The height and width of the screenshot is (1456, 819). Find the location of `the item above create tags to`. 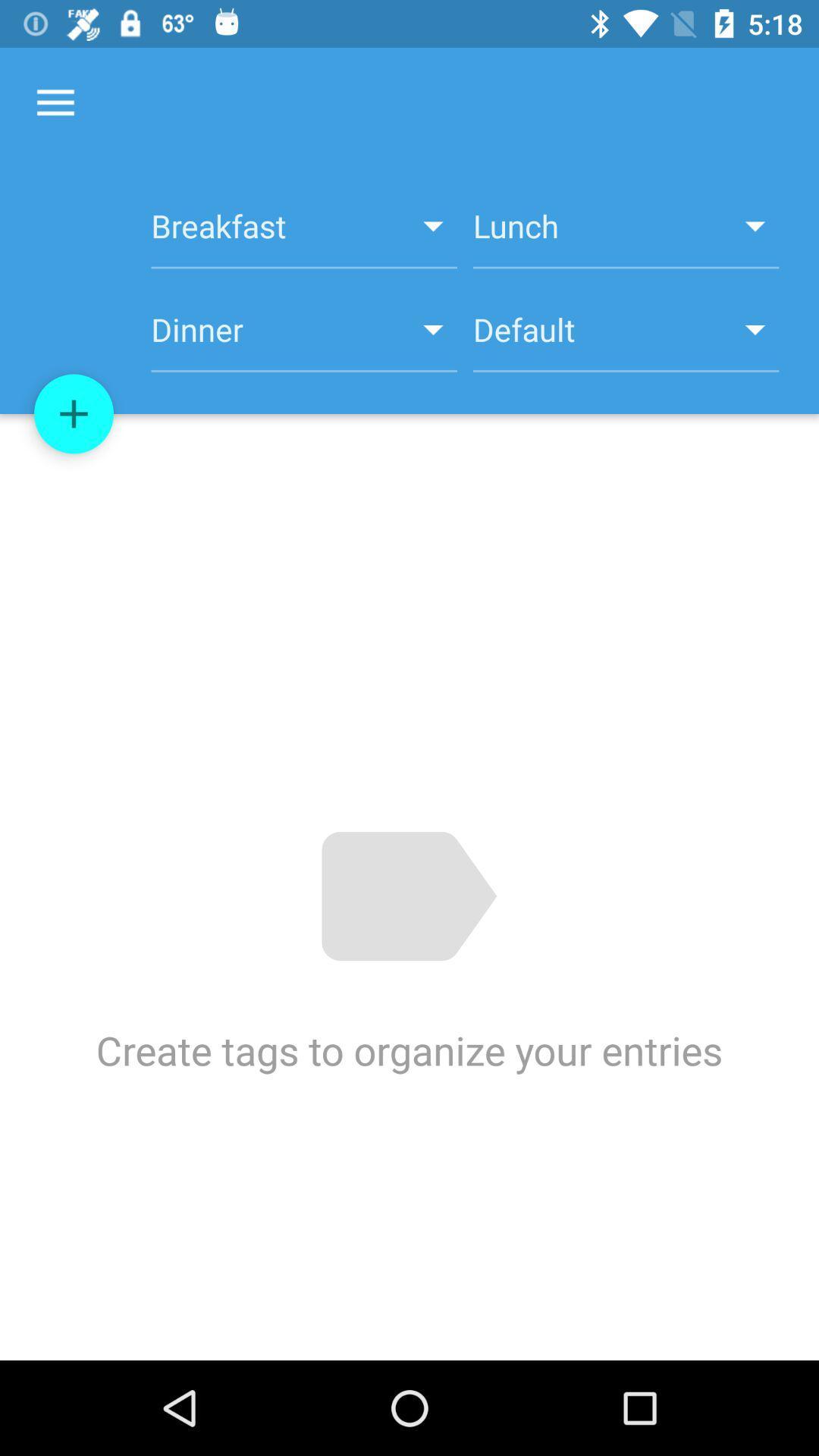

the item above create tags to is located at coordinates (74, 414).